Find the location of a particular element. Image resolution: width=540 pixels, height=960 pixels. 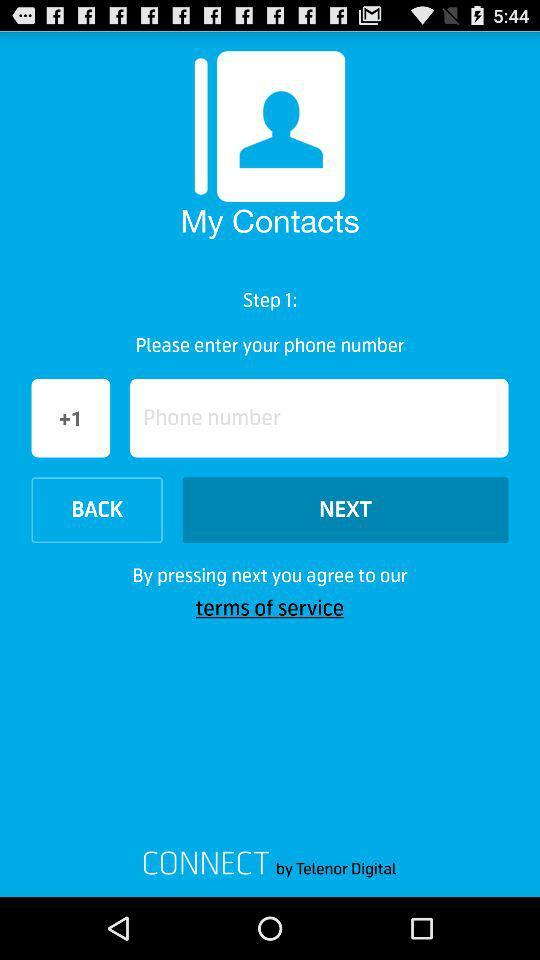

the back icon is located at coordinates (96, 509).